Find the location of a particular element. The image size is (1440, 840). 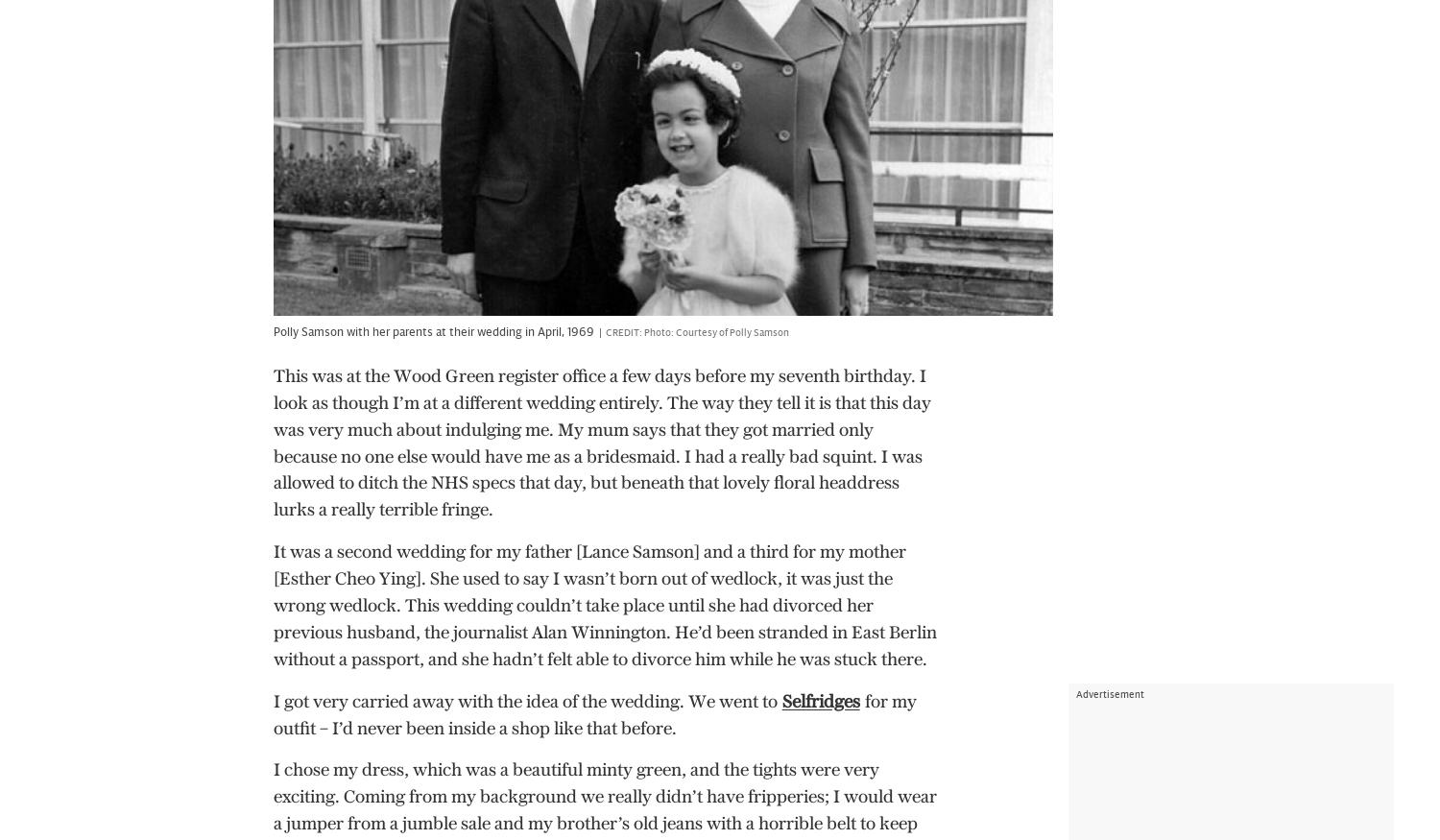

'Tax Strategy' is located at coordinates (623, 672).